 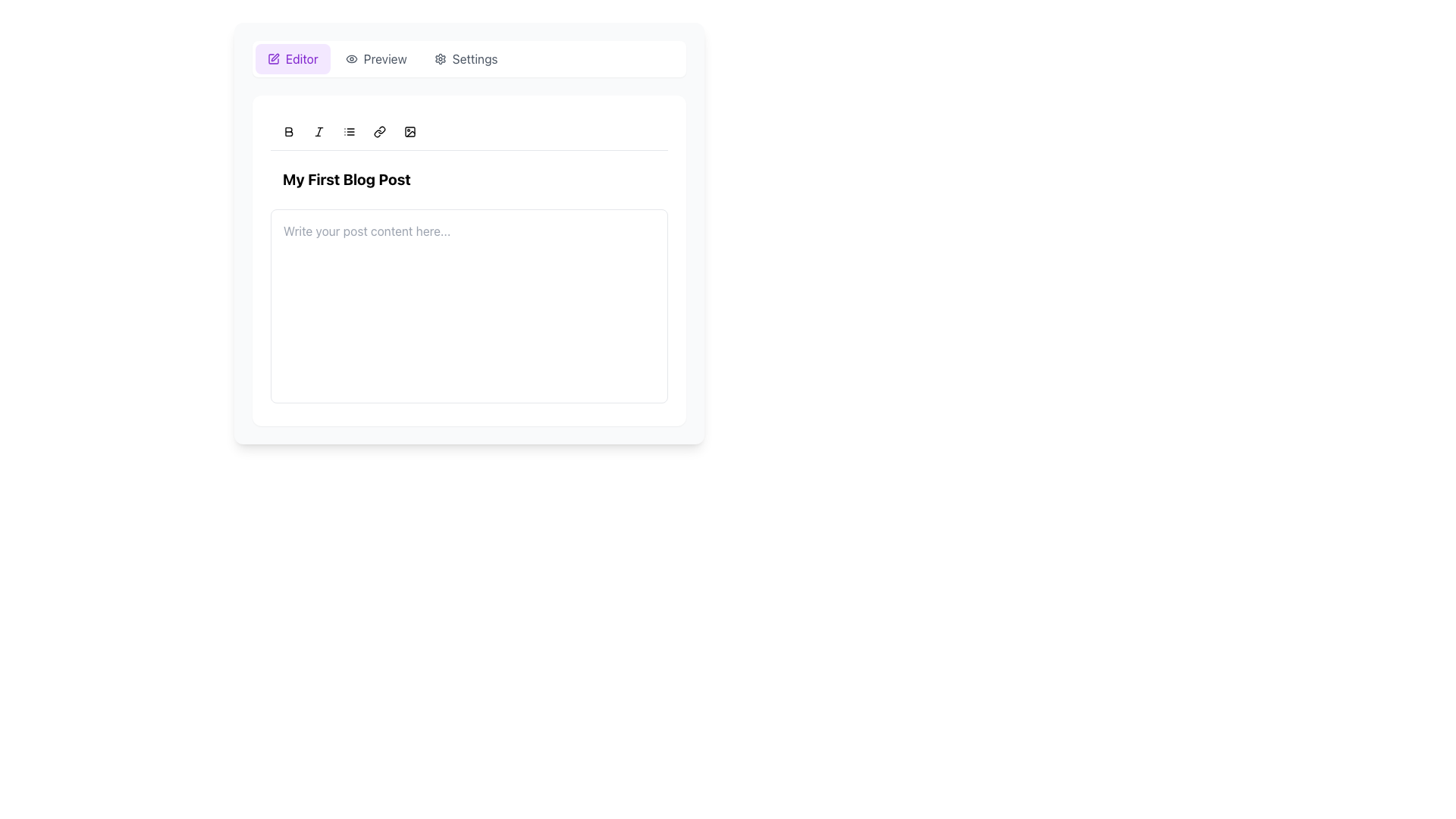 I want to click on the pen icon located within the 'Editor' button at the top left of the interface, positioned leftmost among its children, to trigger a tooltip or visual feedback, so click(x=273, y=58).